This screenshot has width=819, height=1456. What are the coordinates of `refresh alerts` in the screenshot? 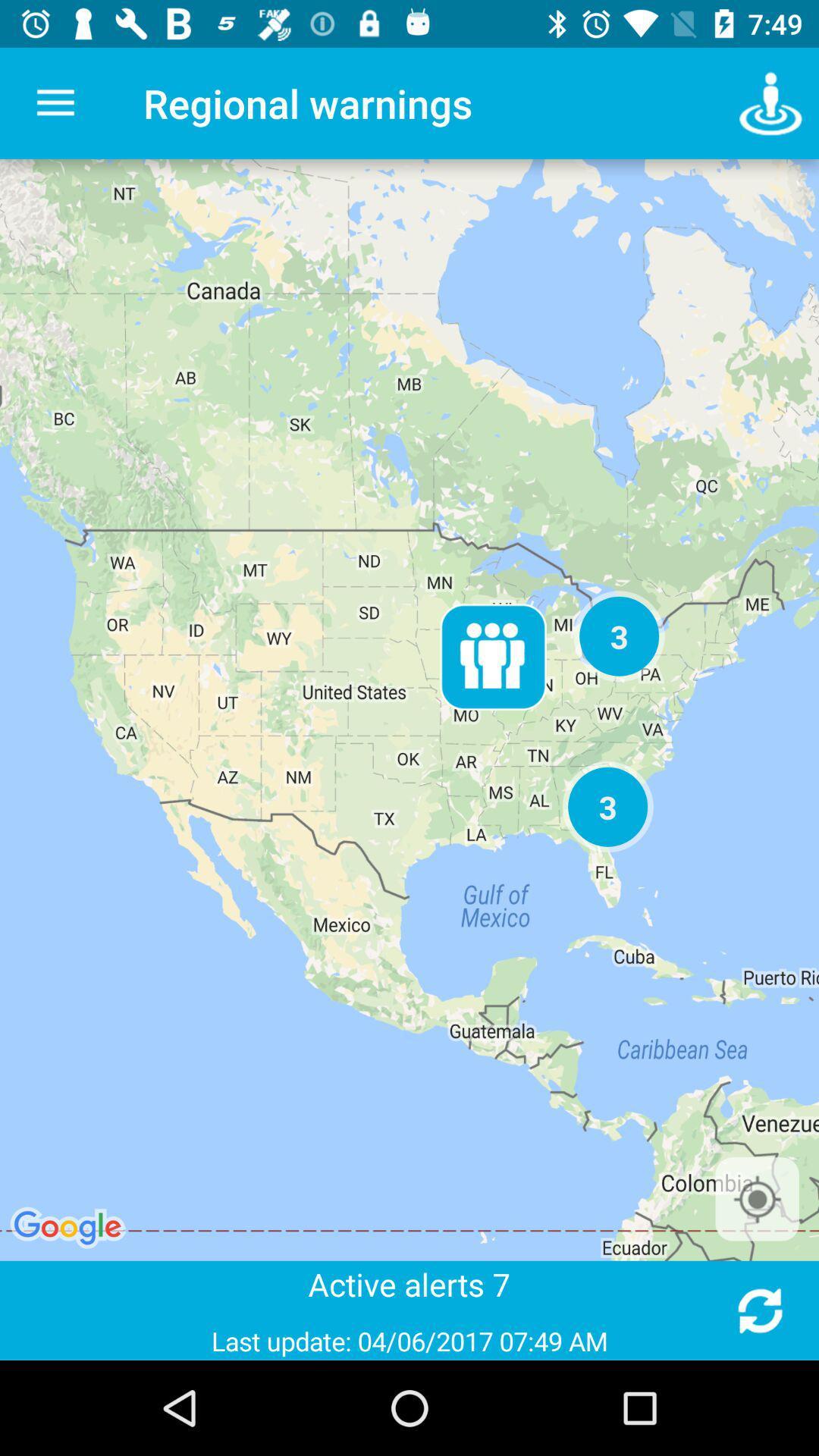 It's located at (760, 1310).